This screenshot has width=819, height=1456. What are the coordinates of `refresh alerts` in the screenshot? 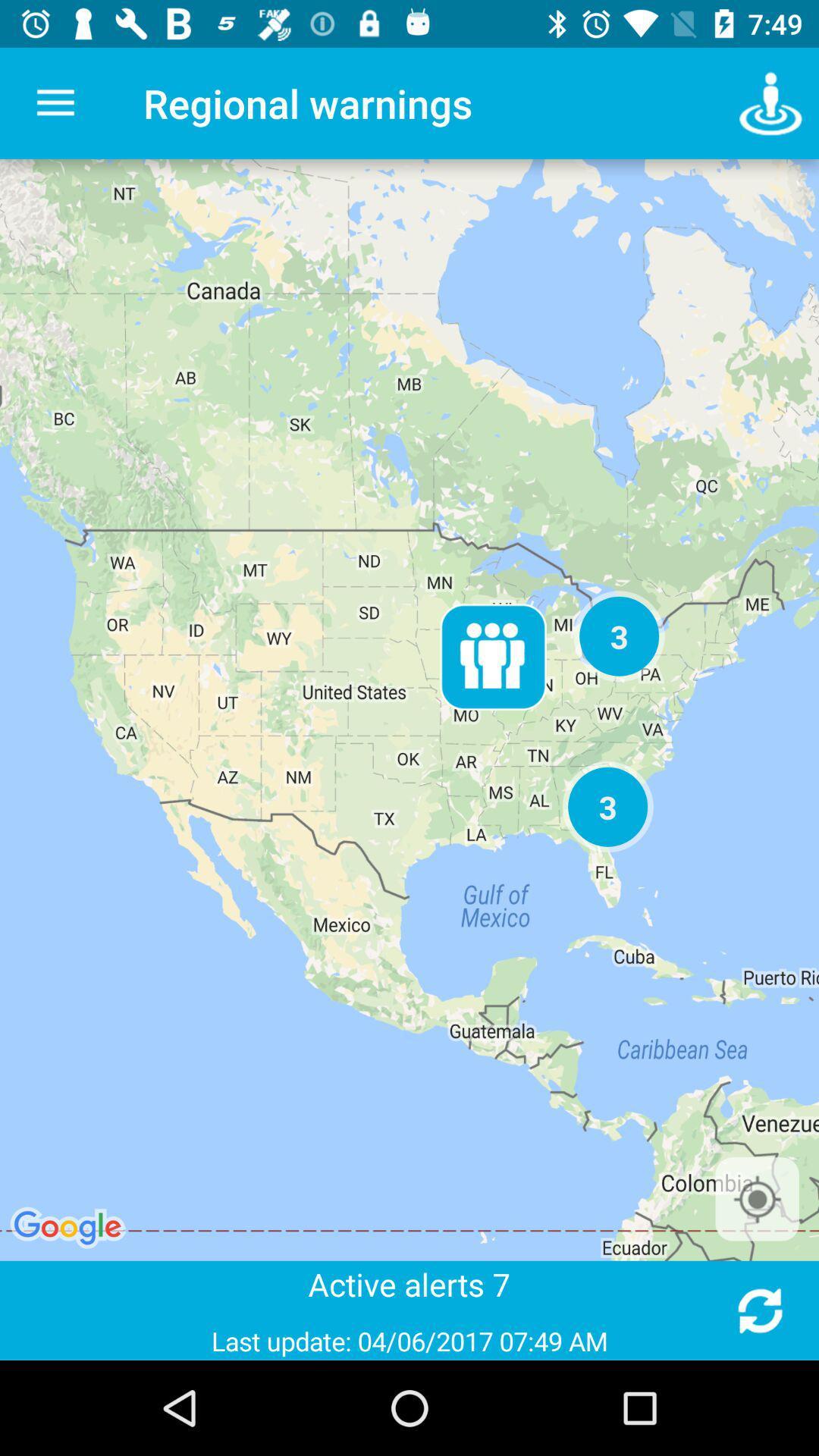 It's located at (760, 1310).